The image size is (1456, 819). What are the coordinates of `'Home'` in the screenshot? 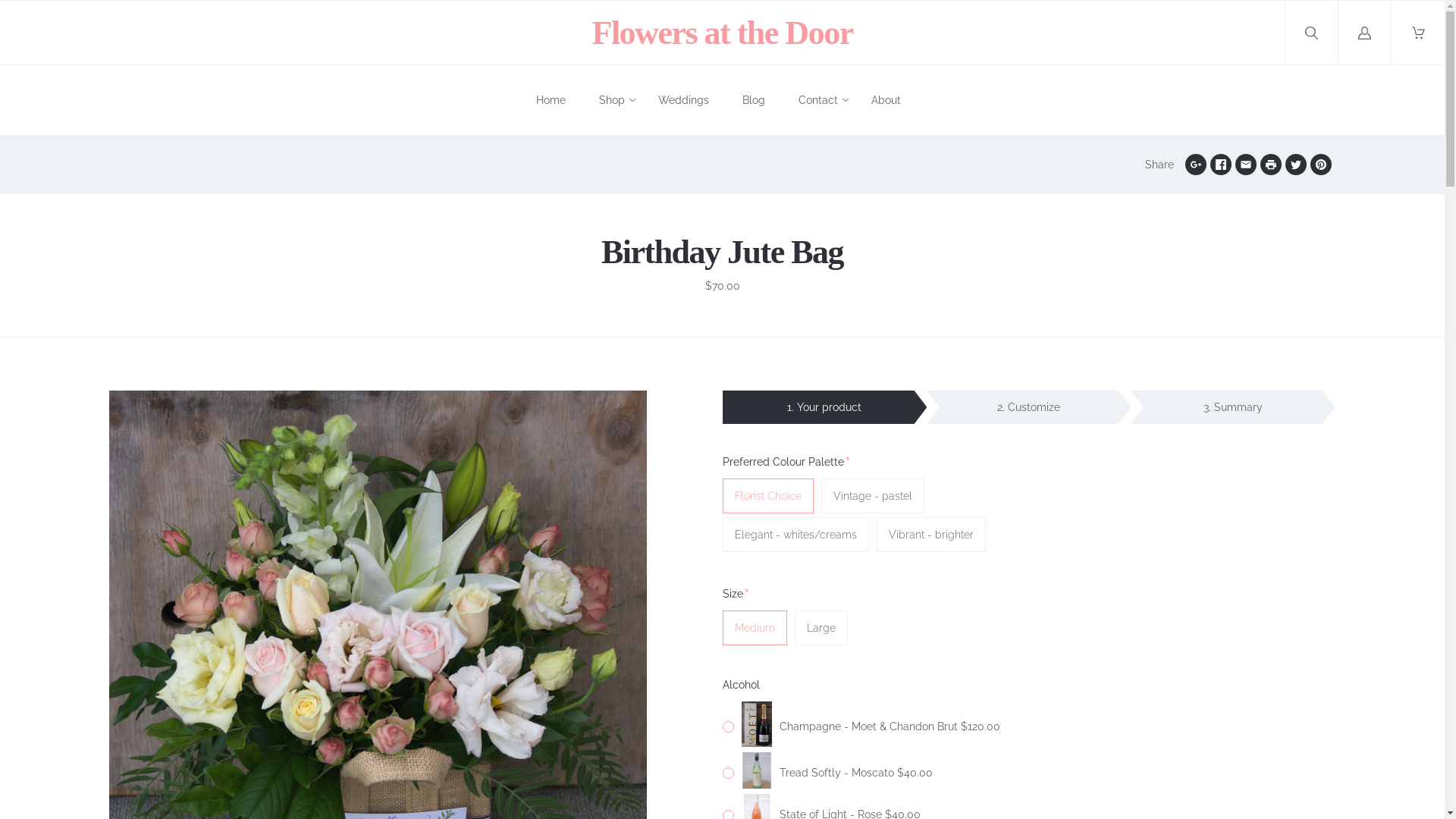 It's located at (550, 100).